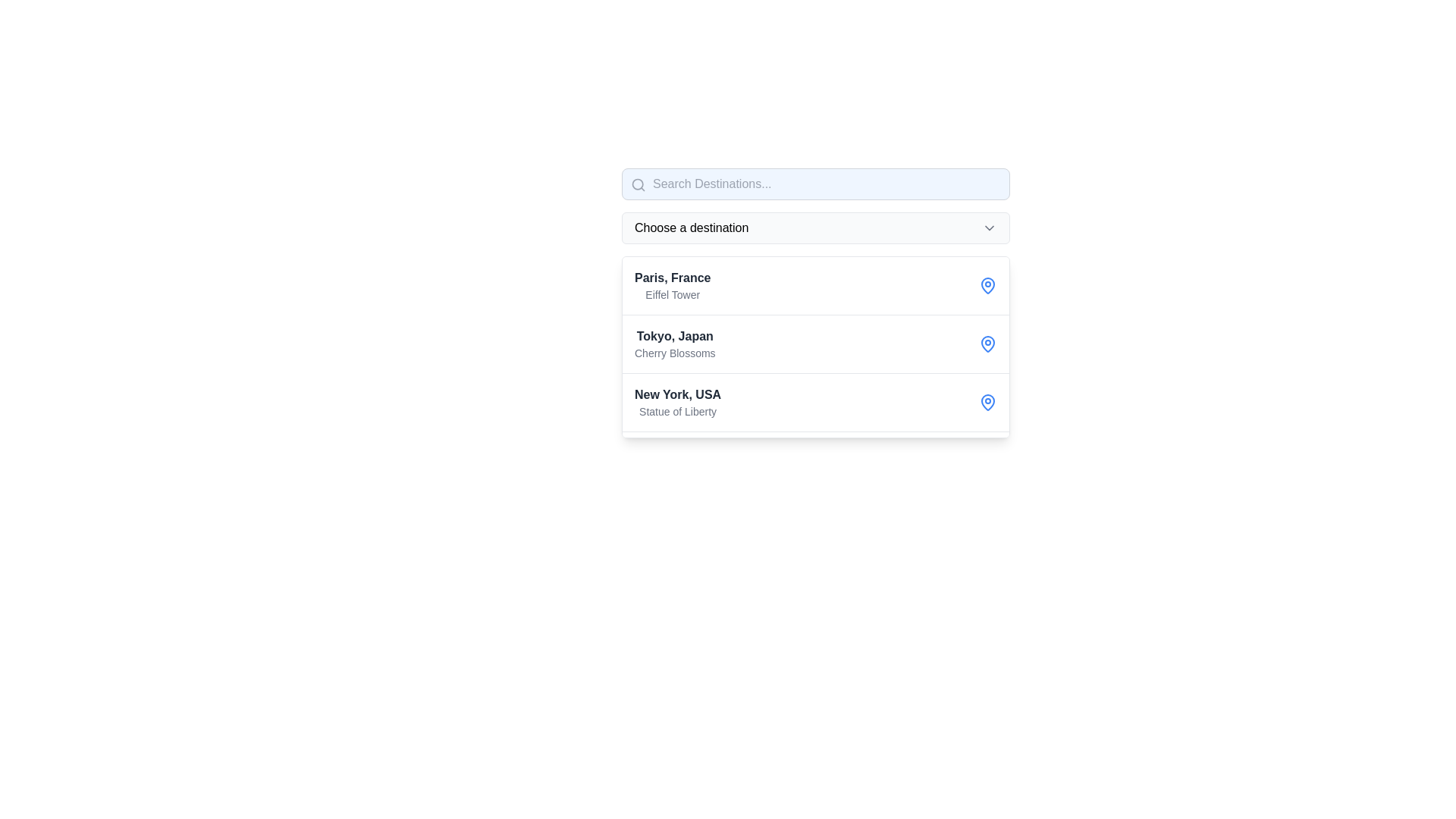  What do you see at coordinates (677, 394) in the screenshot?
I see `the Text Label displaying 'New York, USA' in bold gray font located under the third group in the dropdown list` at bounding box center [677, 394].